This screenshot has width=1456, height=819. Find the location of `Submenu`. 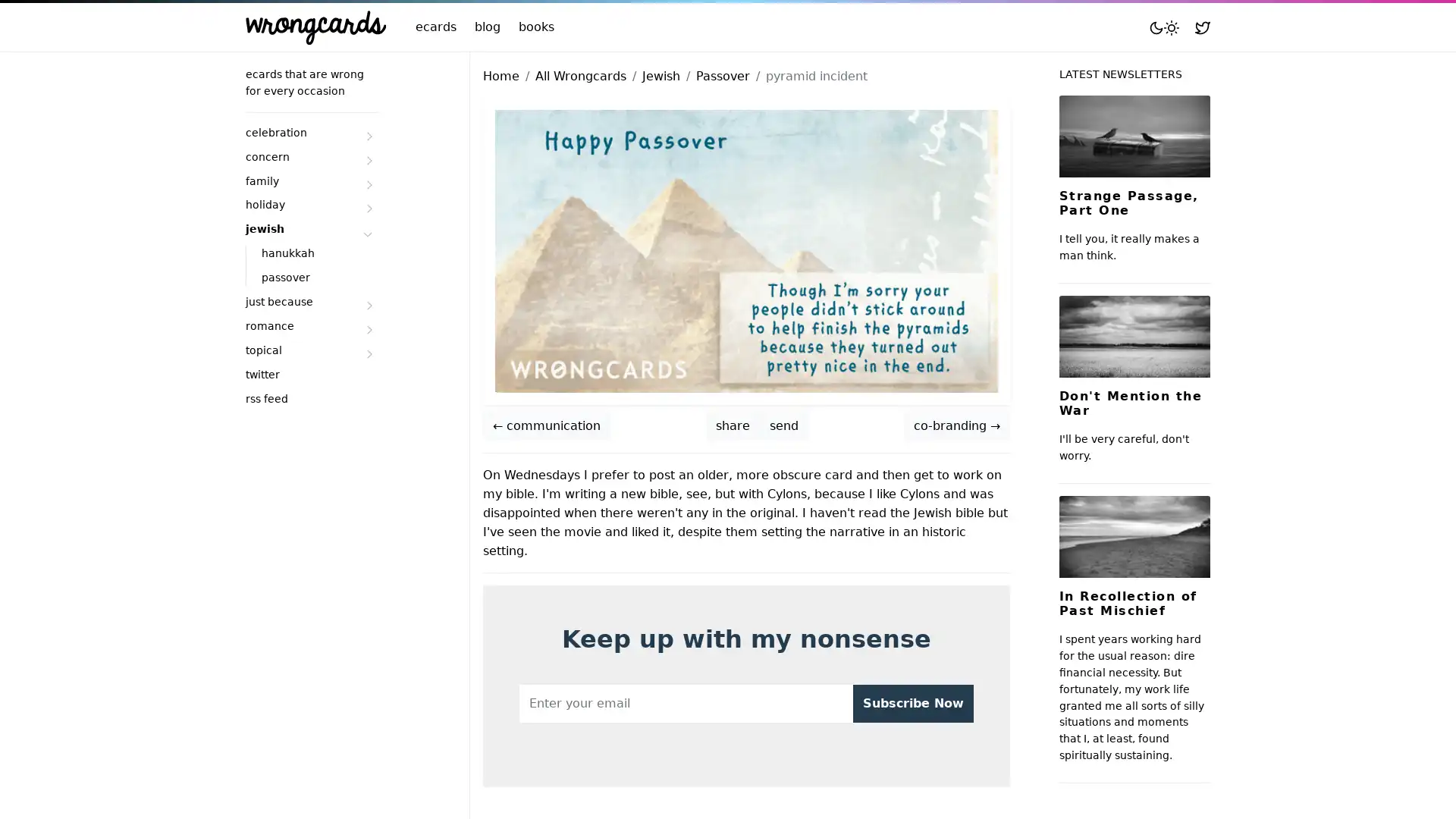

Submenu is located at coordinates (367, 353).